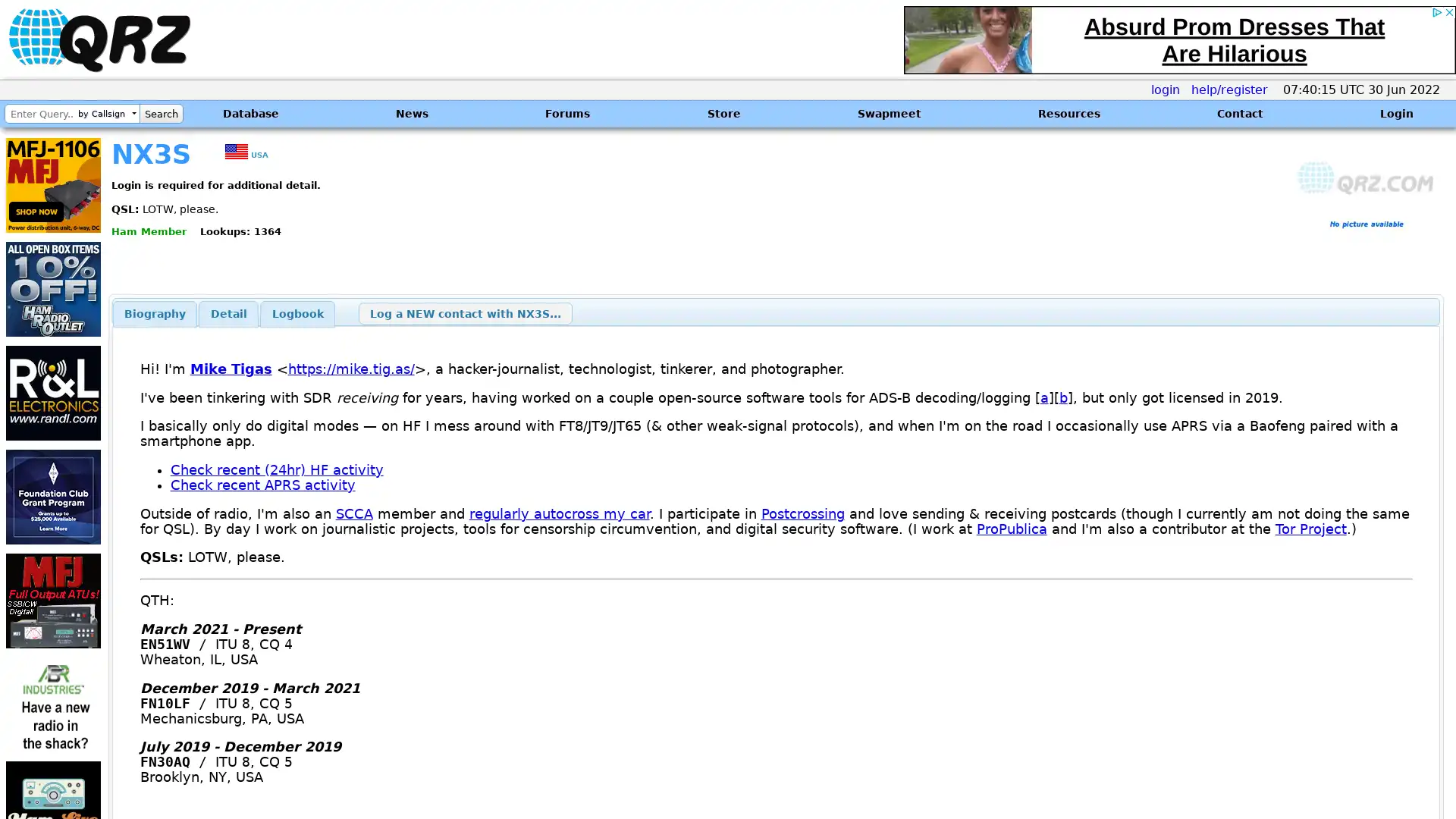 The image size is (1456, 819). Describe the element at coordinates (464, 312) in the screenshot. I see `Log a NEW contact with NX3S...` at that location.